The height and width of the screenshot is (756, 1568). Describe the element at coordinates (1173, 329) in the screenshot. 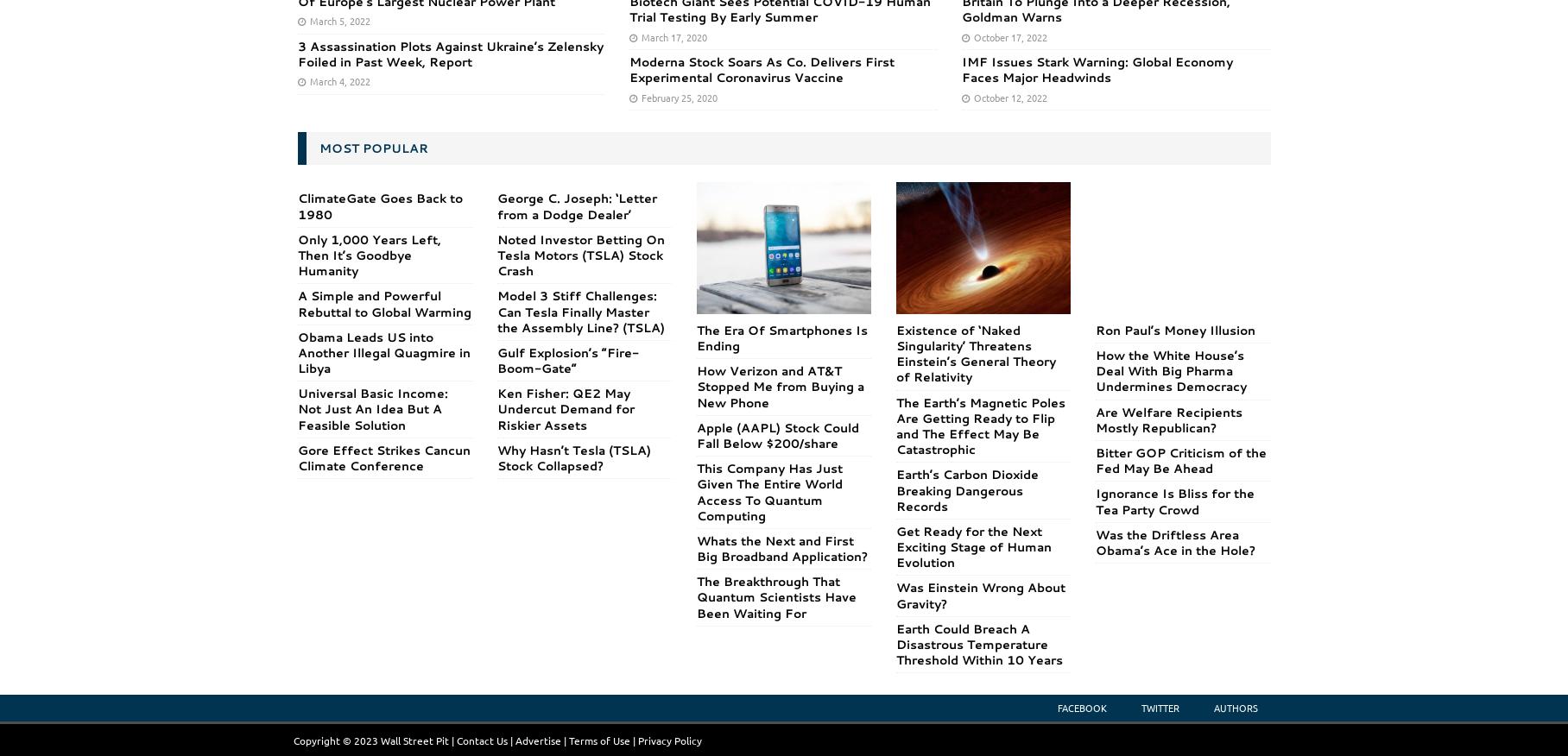

I see `'Ron Paul’s Money Illusion'` at that location.